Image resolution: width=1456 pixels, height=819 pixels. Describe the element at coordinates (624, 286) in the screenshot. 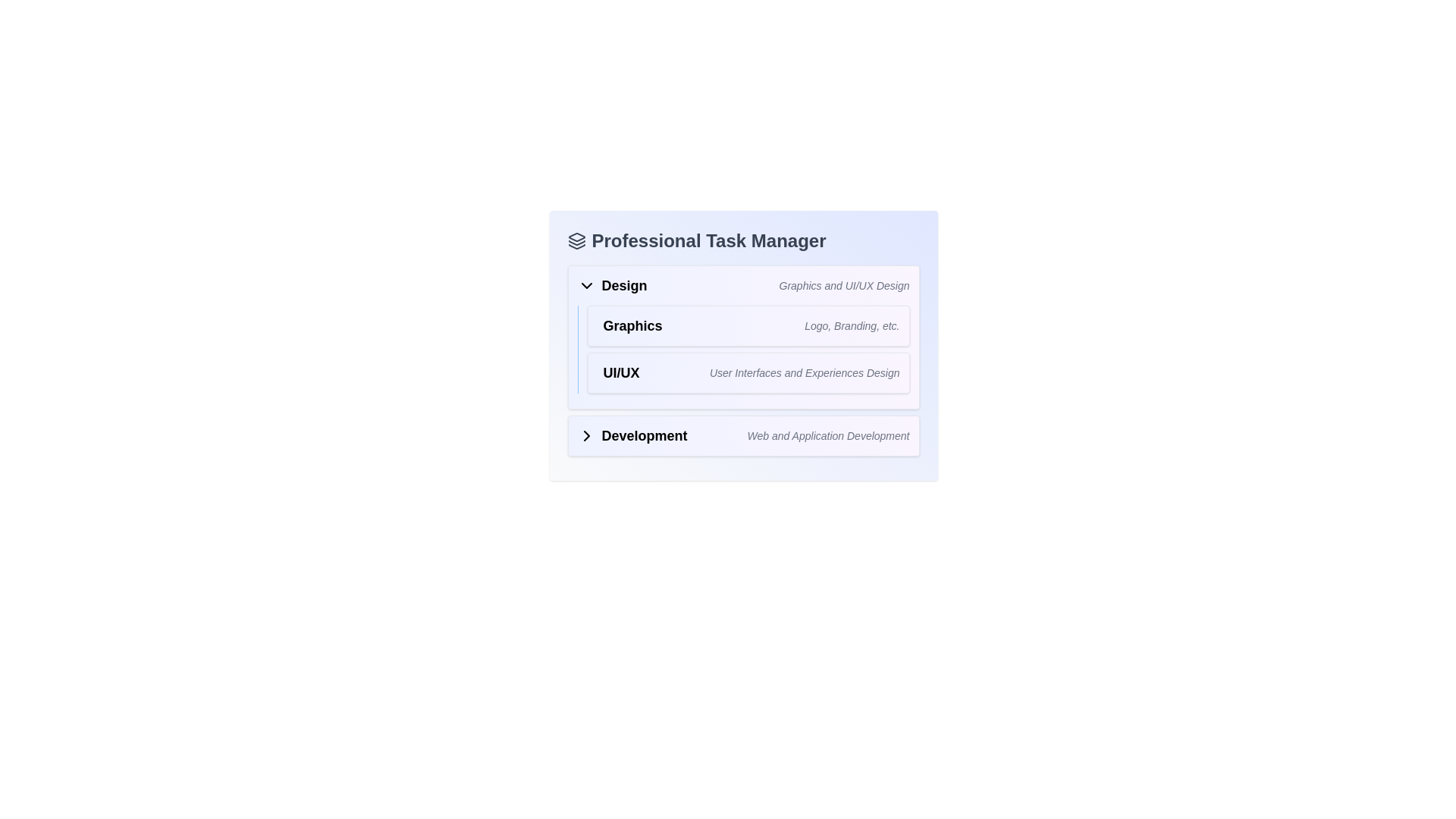

I see `the text label displaying 'Design', which is styled prominently and located within a horizontal layout` at that location.